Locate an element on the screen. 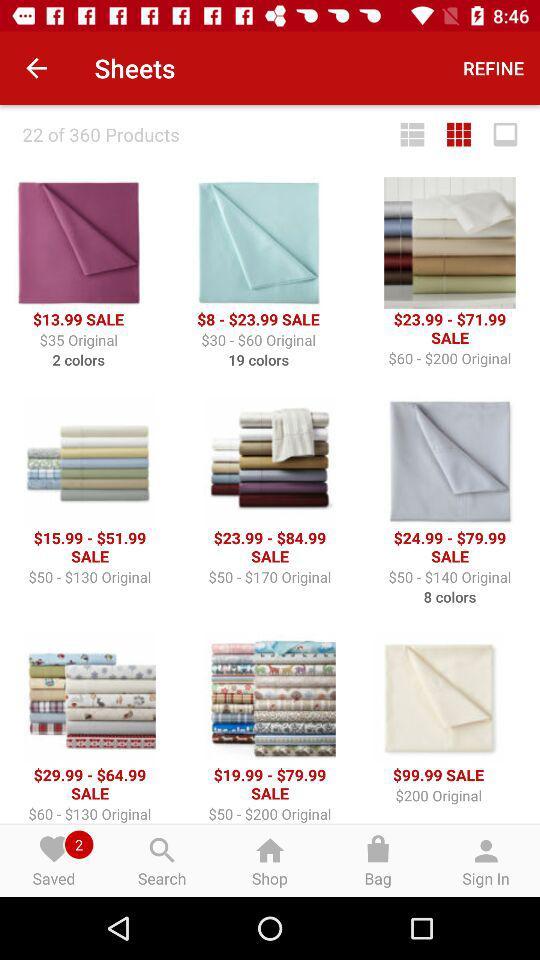  the icon next to 22 of 360 icon is located at coordinates (411, 133).